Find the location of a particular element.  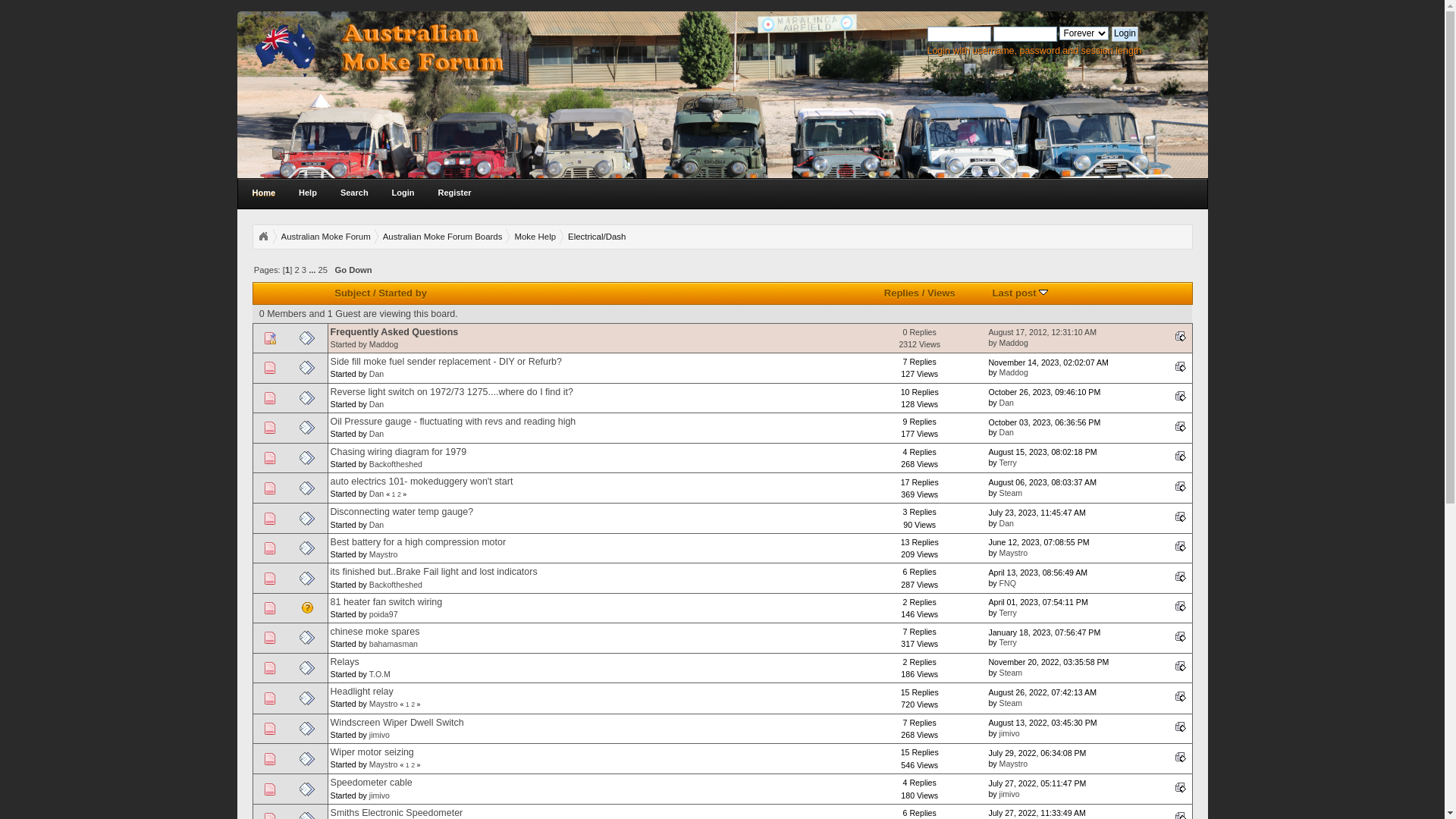

'Disconnecting water temp gauge?' is located at coordinates (330, 512).